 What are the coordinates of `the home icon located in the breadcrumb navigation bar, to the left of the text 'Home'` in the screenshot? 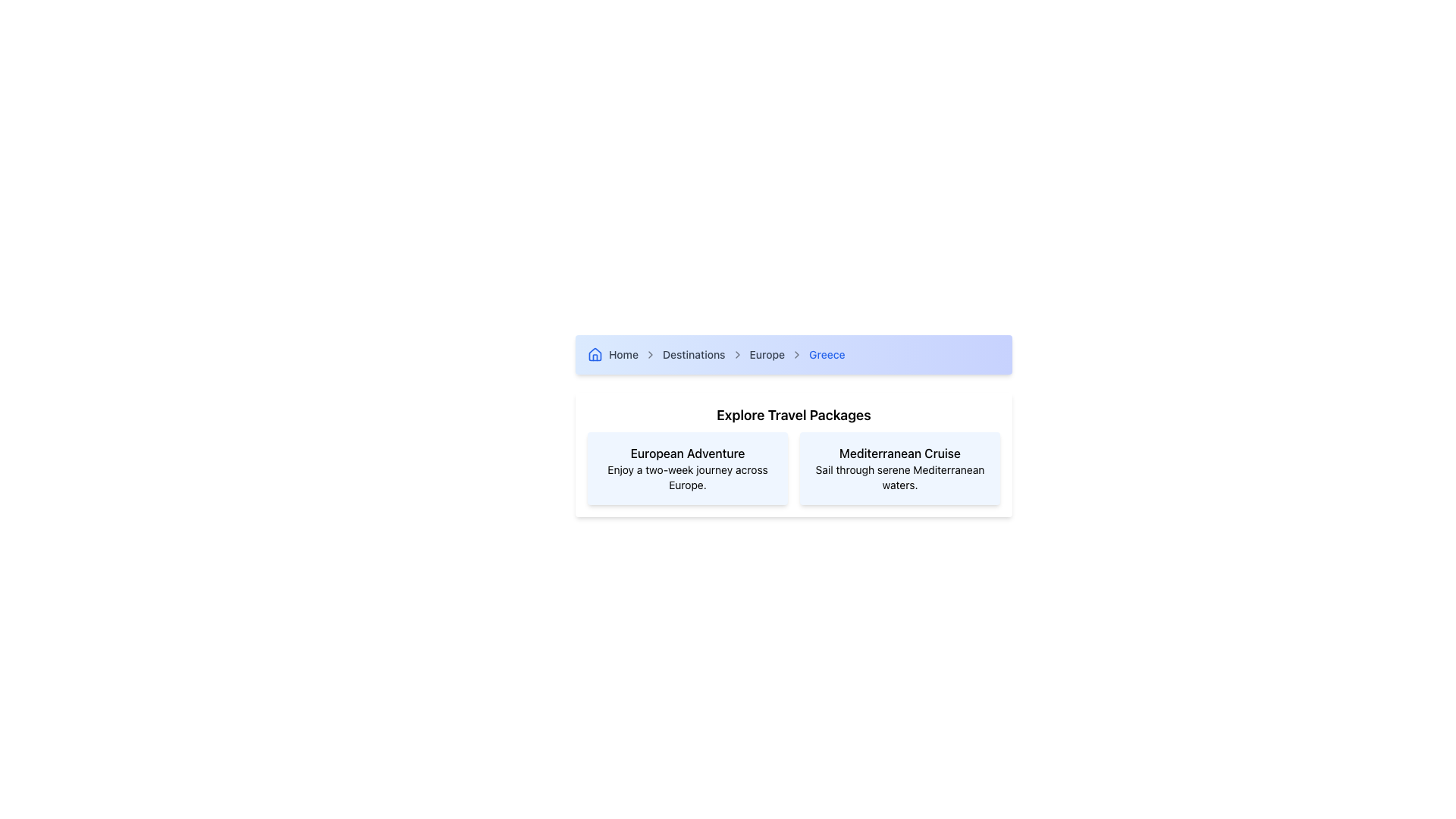 It's located at (595, 353).